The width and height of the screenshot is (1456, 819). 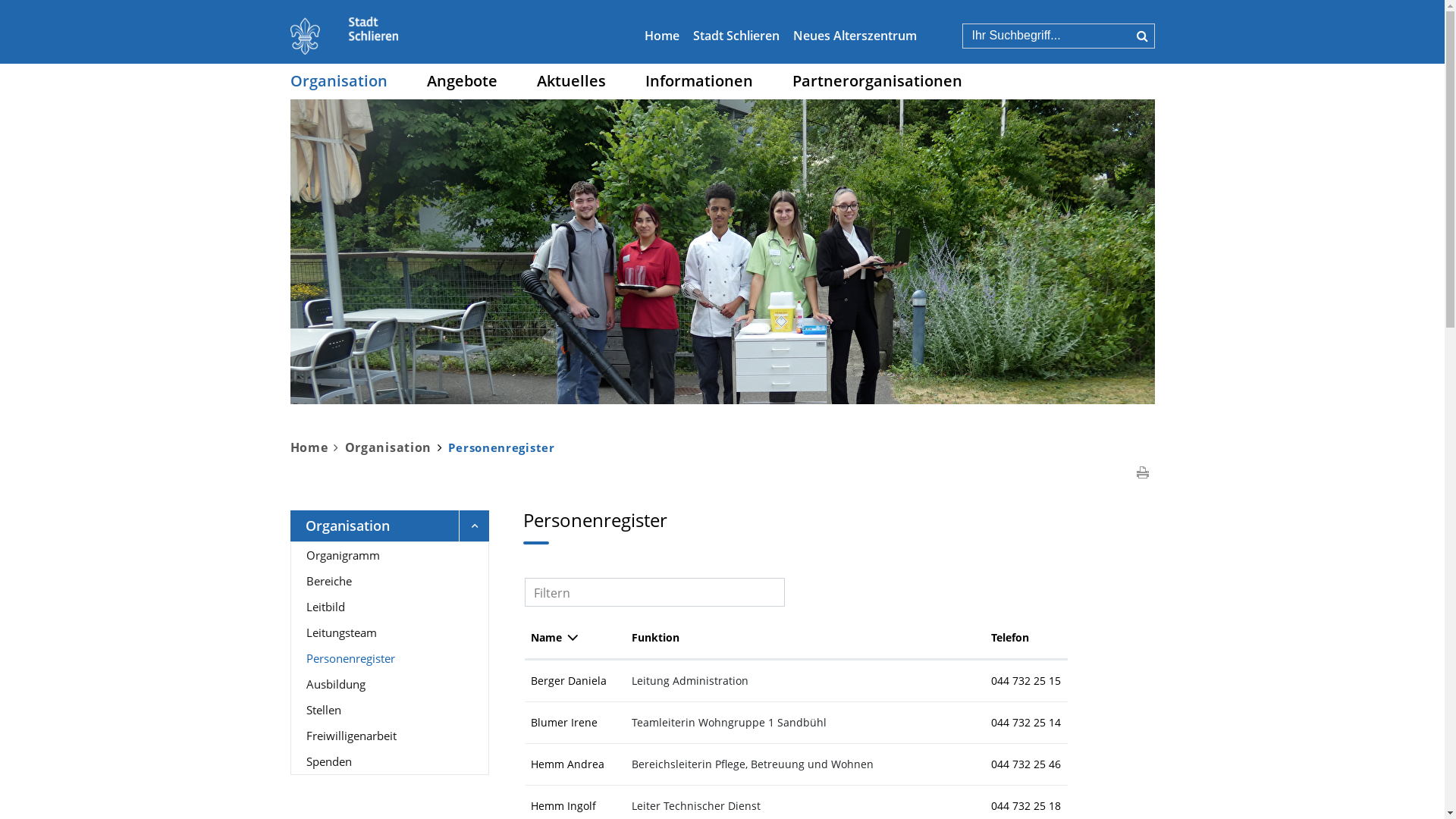 What do you see at coordinates (990, 679) in the screenshot?
I see `'044 732 25 15'` at bounding box center [990, 679].